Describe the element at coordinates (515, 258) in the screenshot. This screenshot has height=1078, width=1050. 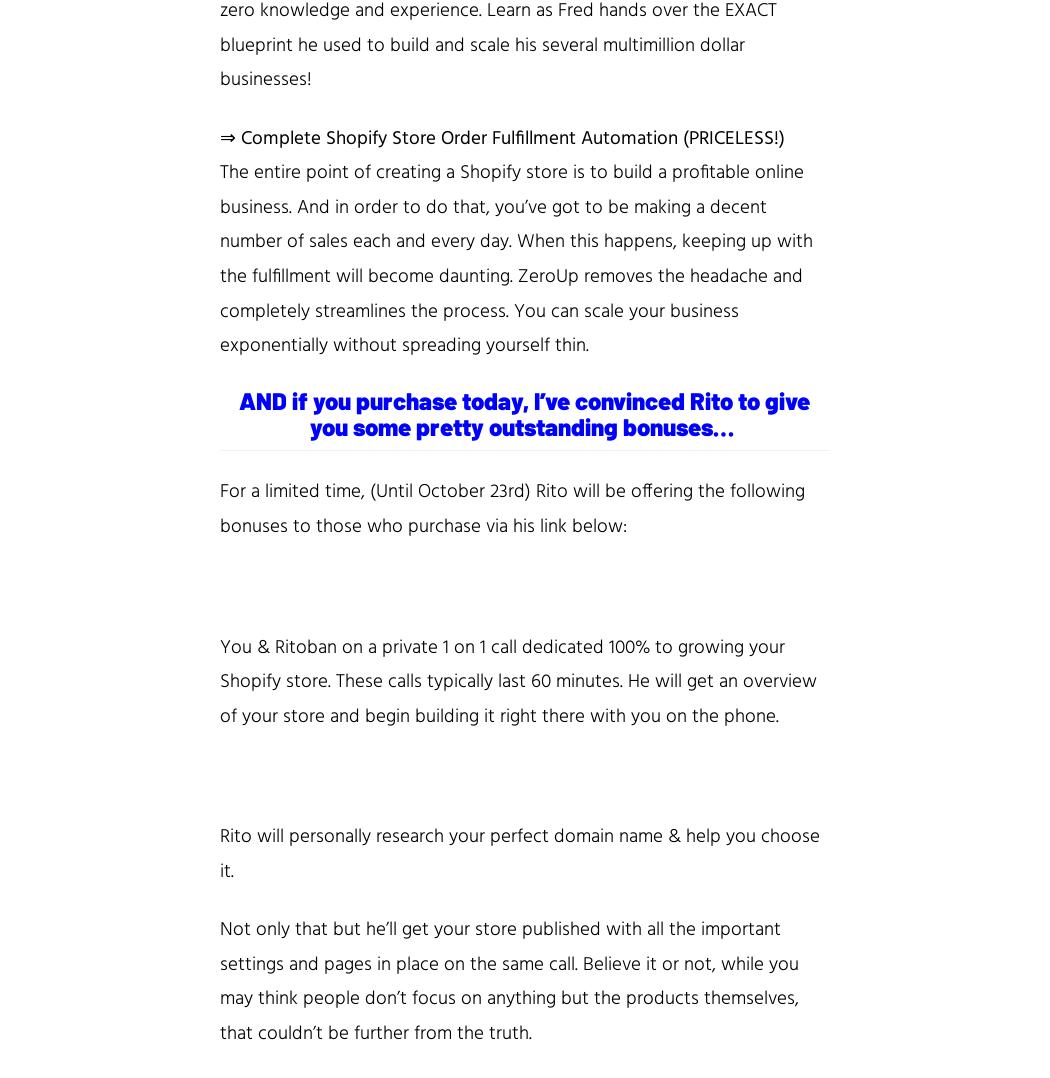
I see `'The entire point of creating a Shopify store is to build a profitable online business. And in order to do that, you’ve got to be making a decent number of sales each and every day. When this happens, keeping up with the fulfillment will become daunting. ZeroUp removes the headache and completely streamlines the process. You can scale your business exponentially without spreading yourself thin.'` at that location.